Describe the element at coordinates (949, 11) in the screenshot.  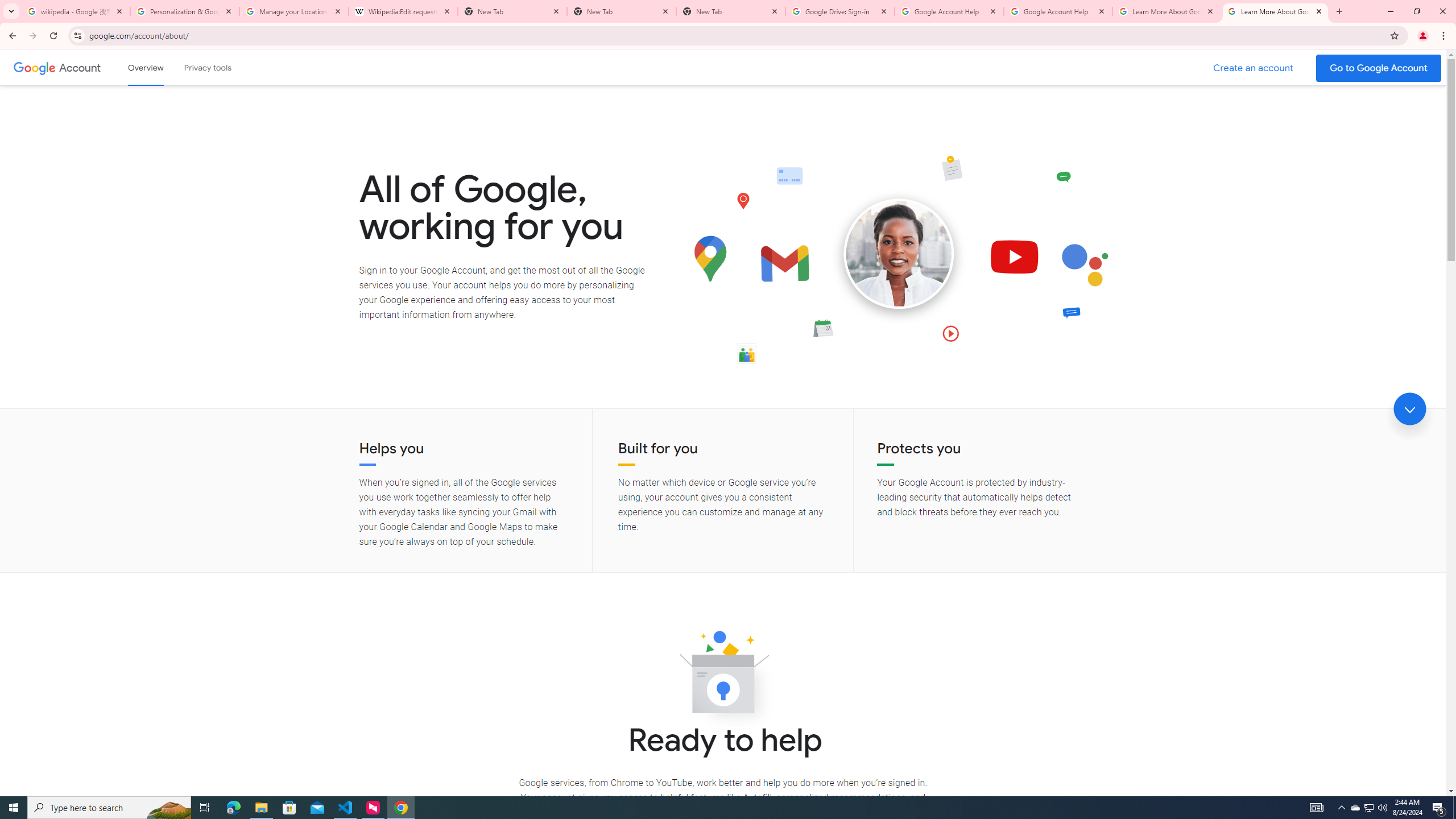
I see `'Google Account Help'` at that location.